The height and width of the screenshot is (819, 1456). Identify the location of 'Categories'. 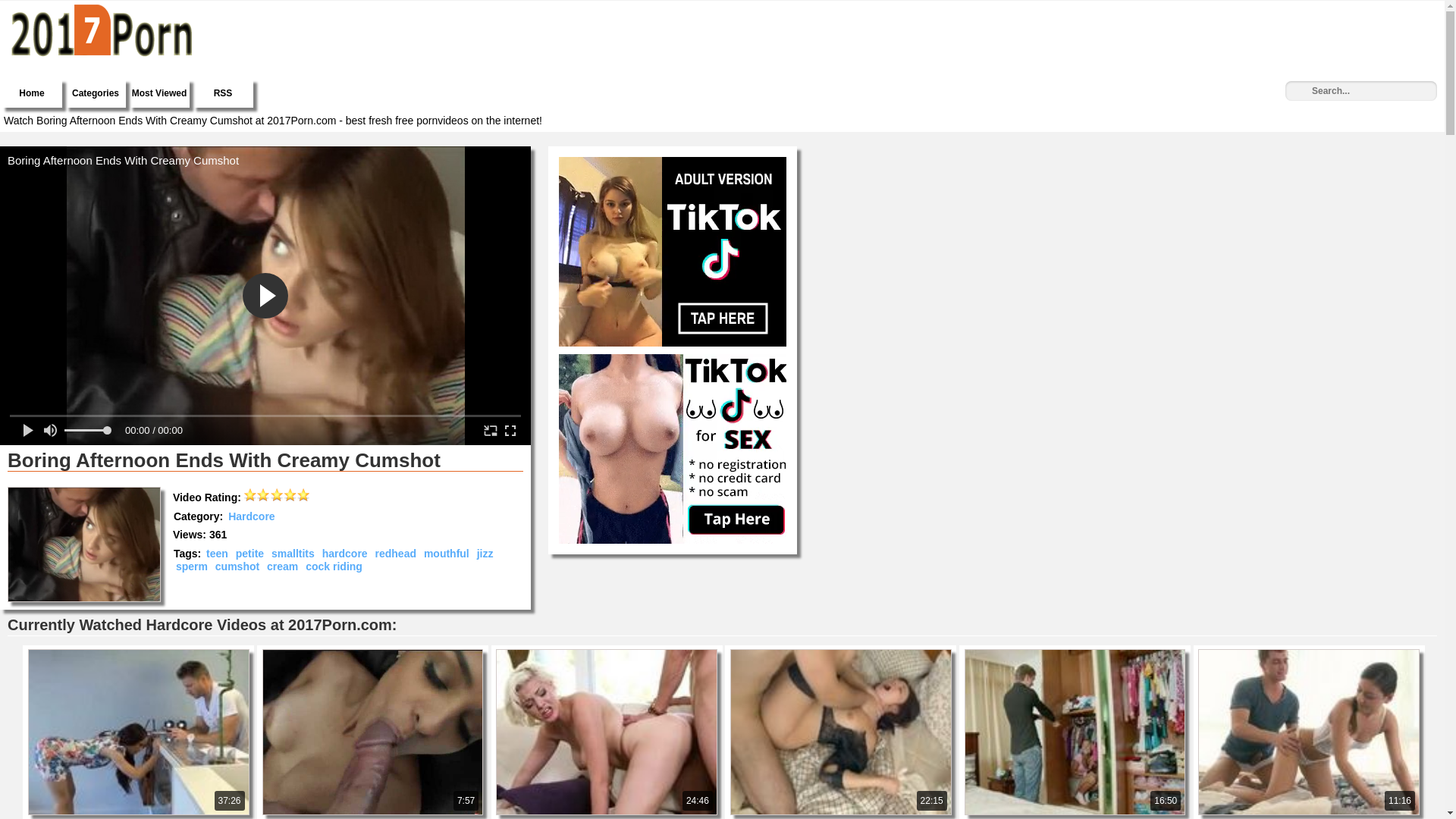
(94, 93).